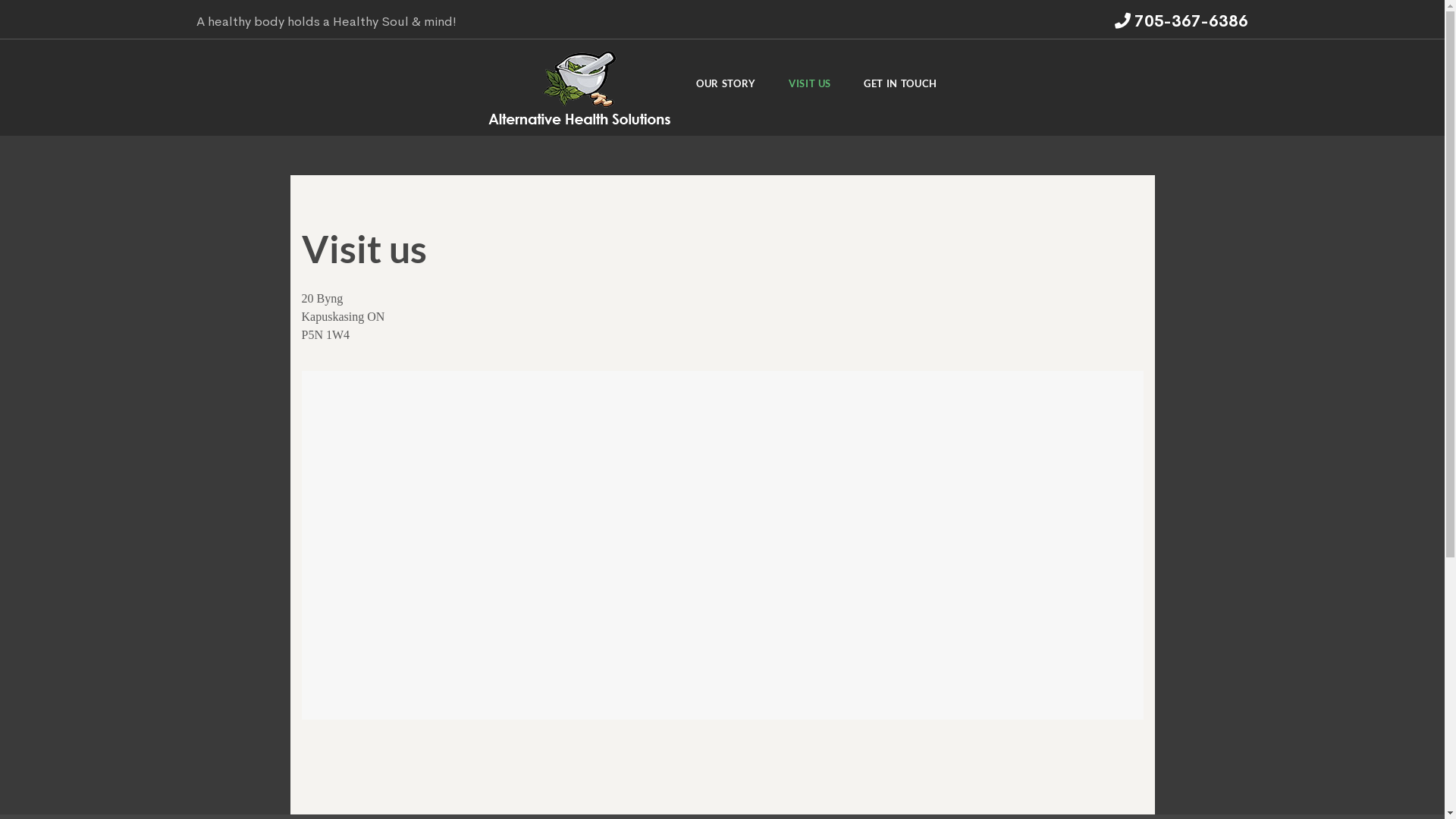 This screenshot has height=819, width=1456. Describe the element at coordinates (900, 87) in the screenshot. I see `'GET IN TOUCH'` at that location.